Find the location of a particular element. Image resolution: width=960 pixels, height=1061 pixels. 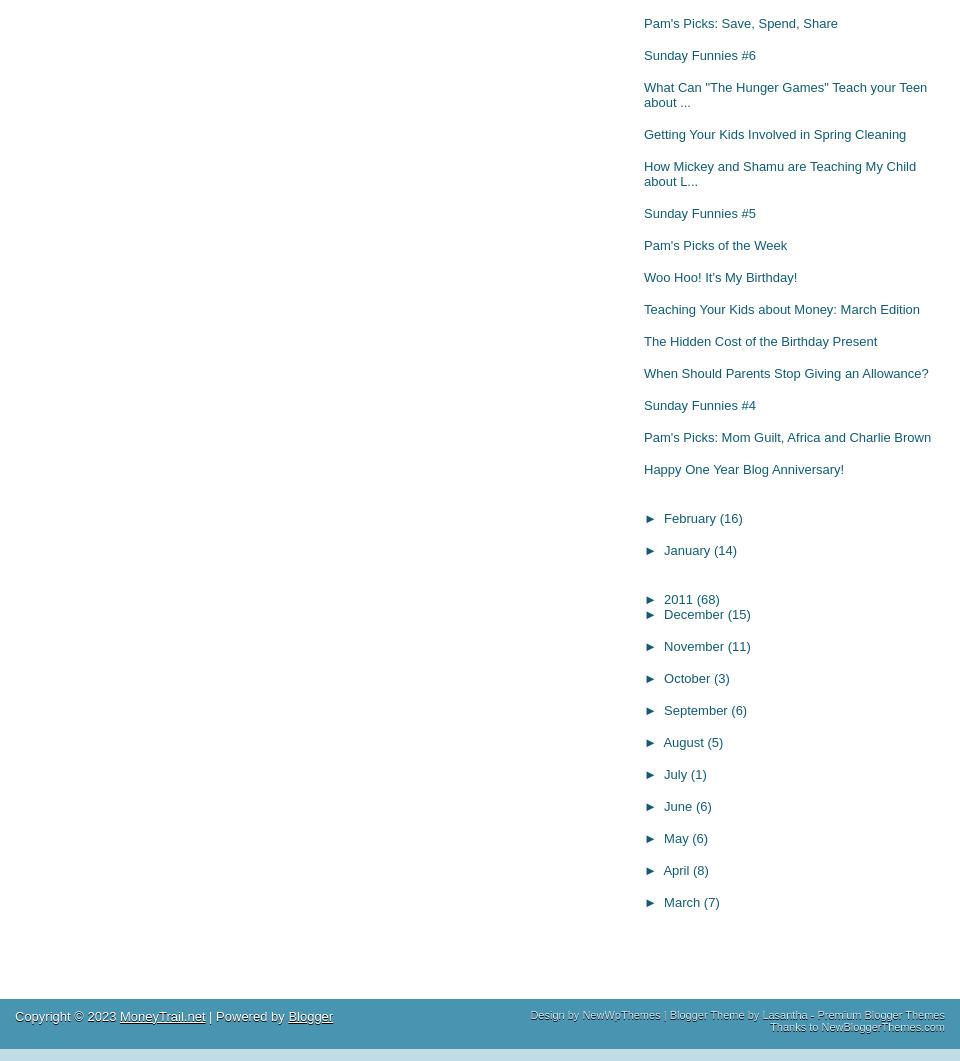

'2023' is located at coordinates (103, 1014).